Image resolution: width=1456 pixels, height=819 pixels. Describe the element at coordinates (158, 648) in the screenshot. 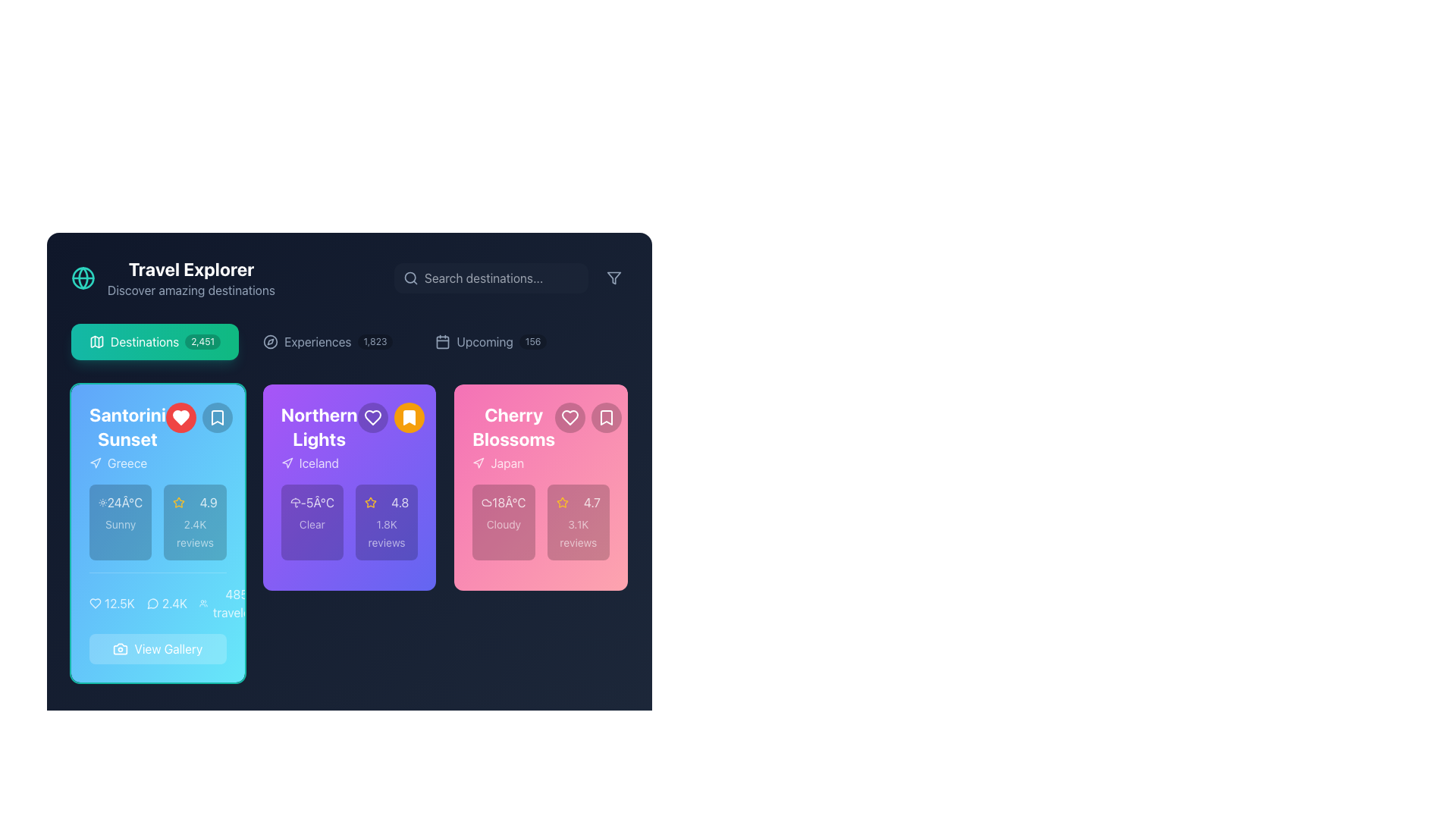

I see `the 'View Gallery' button, which is a rounded rectangle with a light blue background and white text, located at the bottom center of the 'Santorini Sunset' card` at that location.